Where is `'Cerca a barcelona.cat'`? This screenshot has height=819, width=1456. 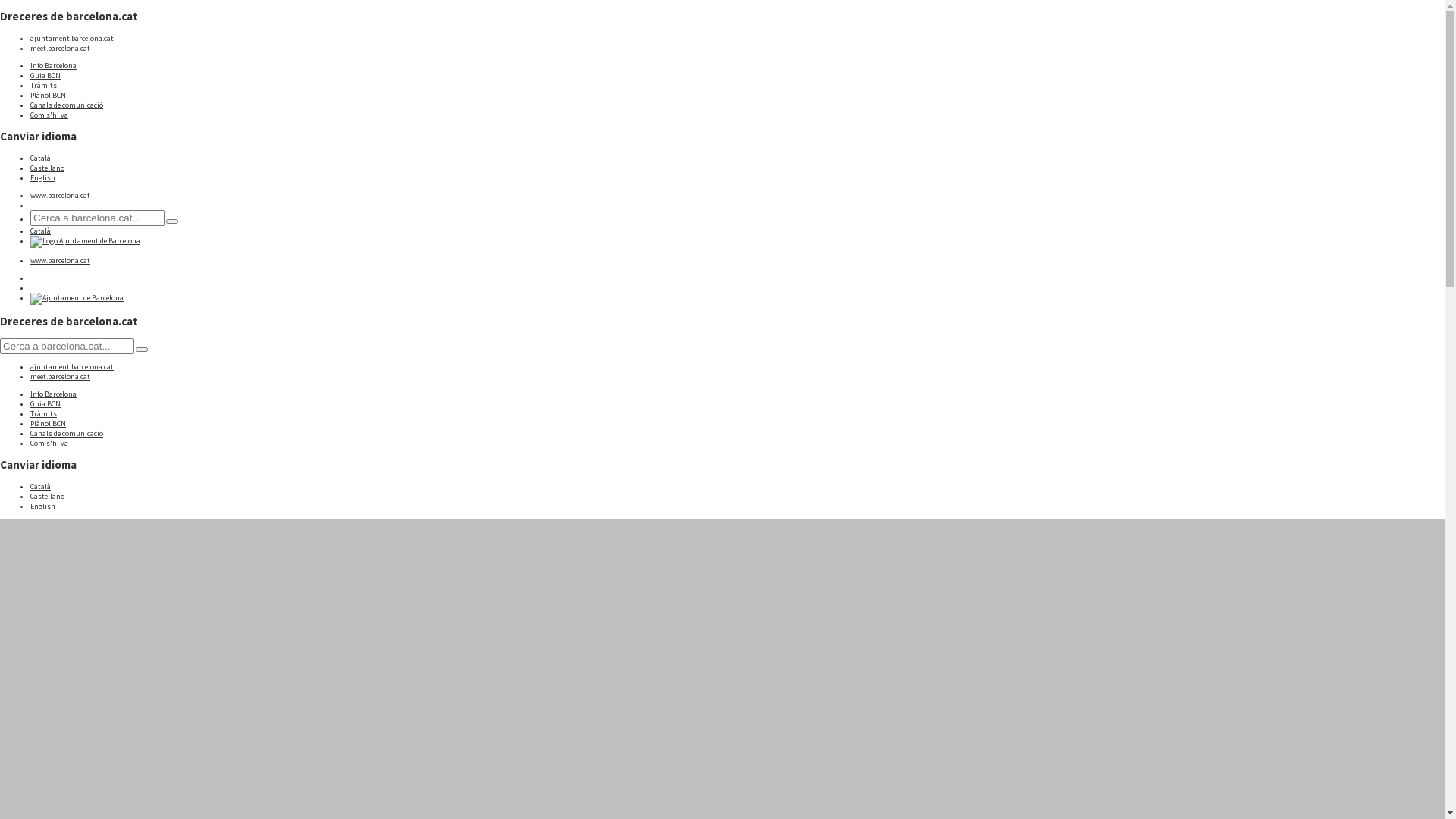 'Cerca a barcelona.cat' is located at coordinates (30, 218).